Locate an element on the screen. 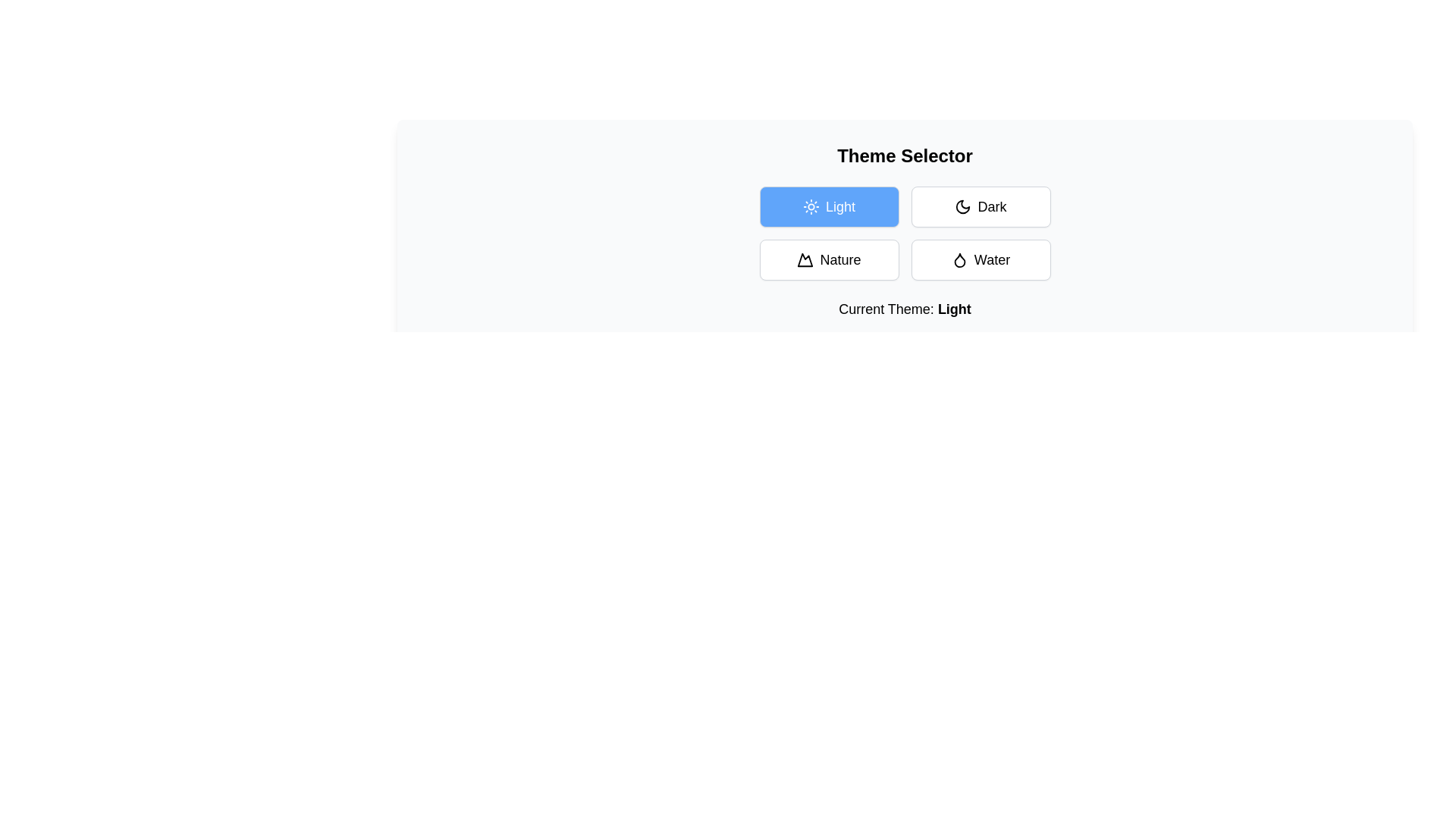  the crescent moon icon within the 'Dark' button in the theme selector interface is located at coordinates (962, 207).